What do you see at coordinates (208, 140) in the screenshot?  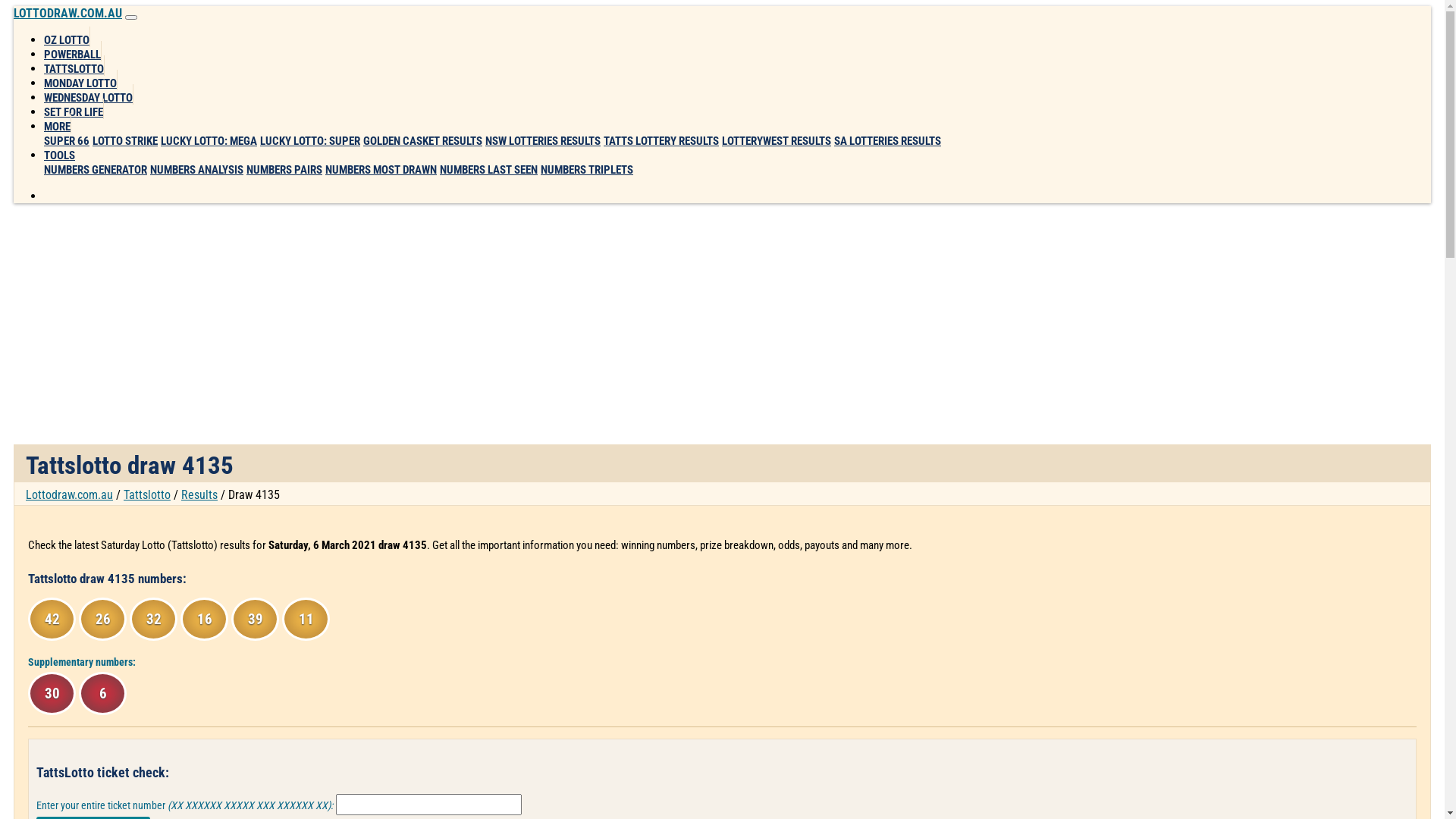 I see `'LUCKY LOTTO: MEGA'` at bounding box center [208, 140].